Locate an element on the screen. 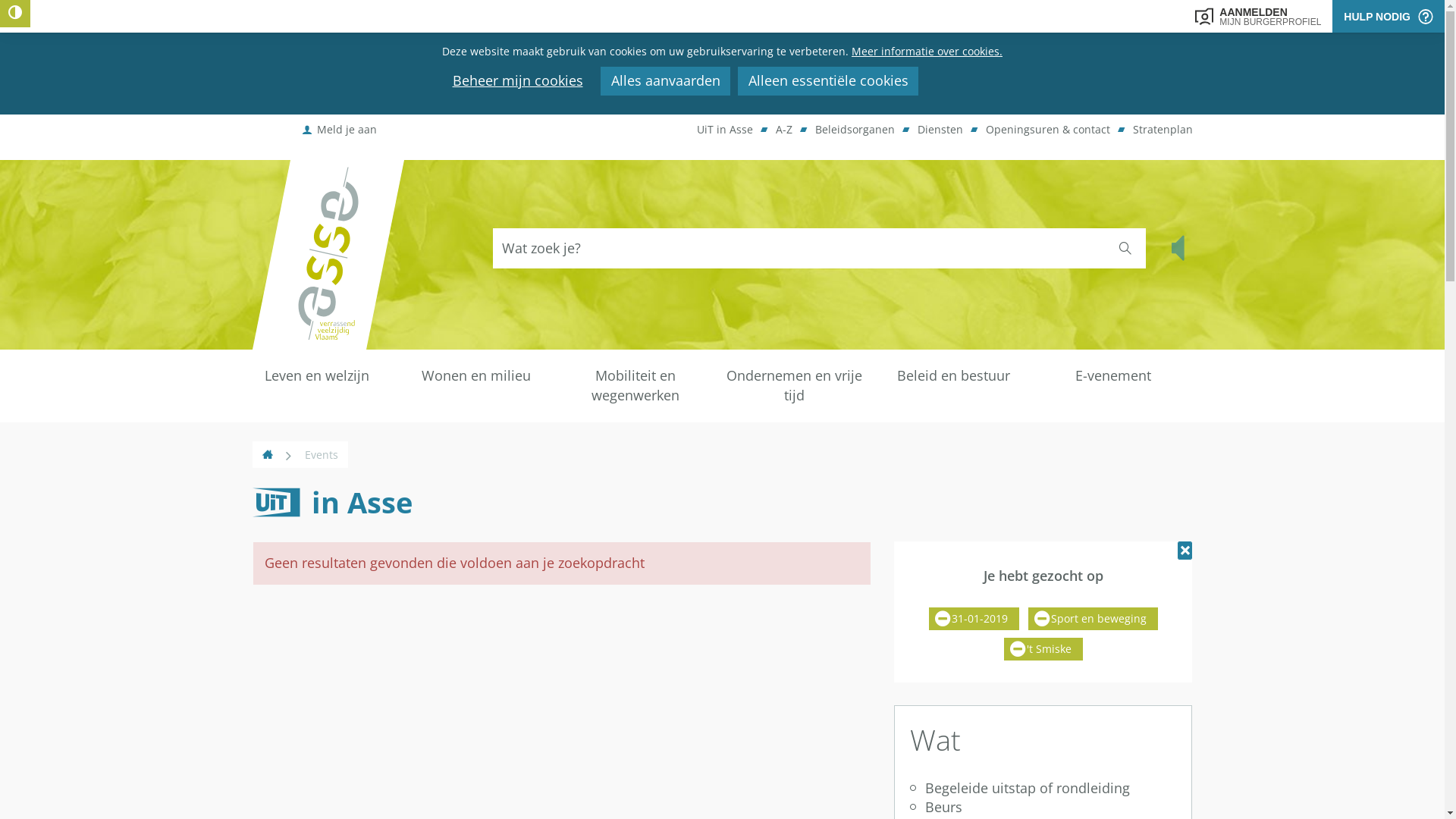 The height and width of the screenshot is (819, 1456). 'Beurs' is located at coordinates (910, 806).